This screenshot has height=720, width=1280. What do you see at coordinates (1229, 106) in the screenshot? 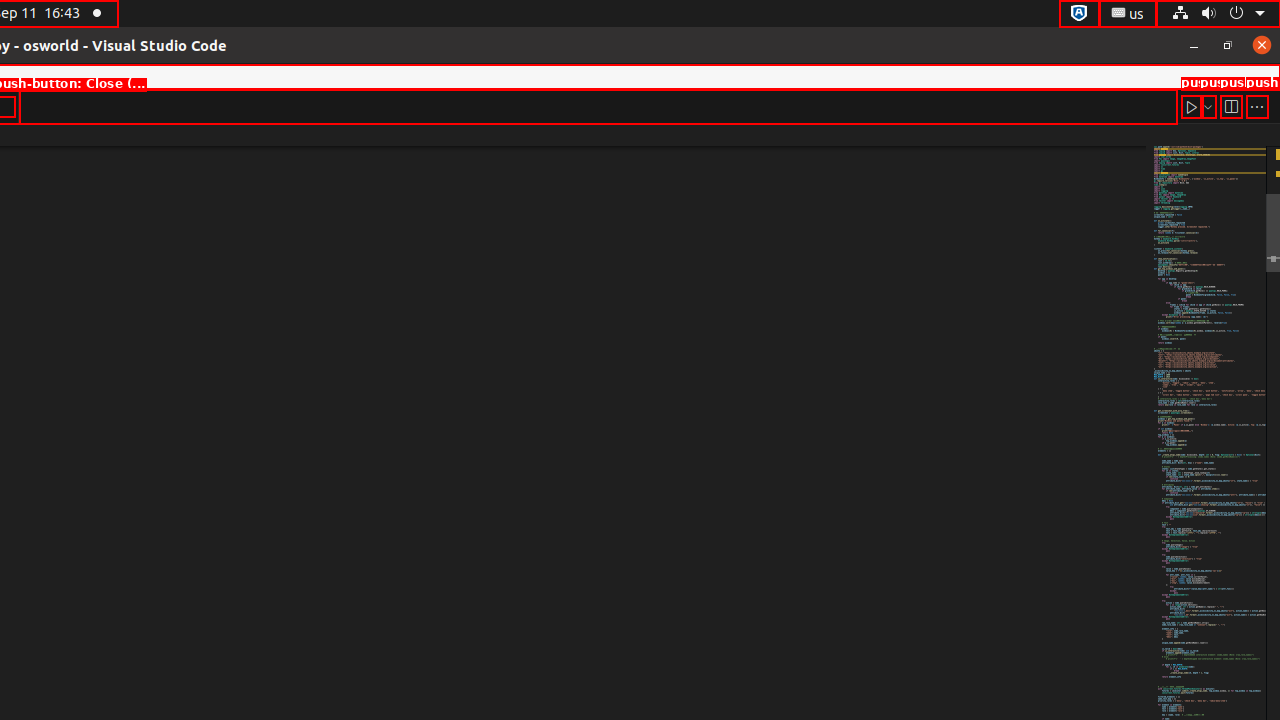
I see `'Split Editor Right (Ctrl+\) [Alt] Split Editor Down'` at bounding box center [1229, 106].